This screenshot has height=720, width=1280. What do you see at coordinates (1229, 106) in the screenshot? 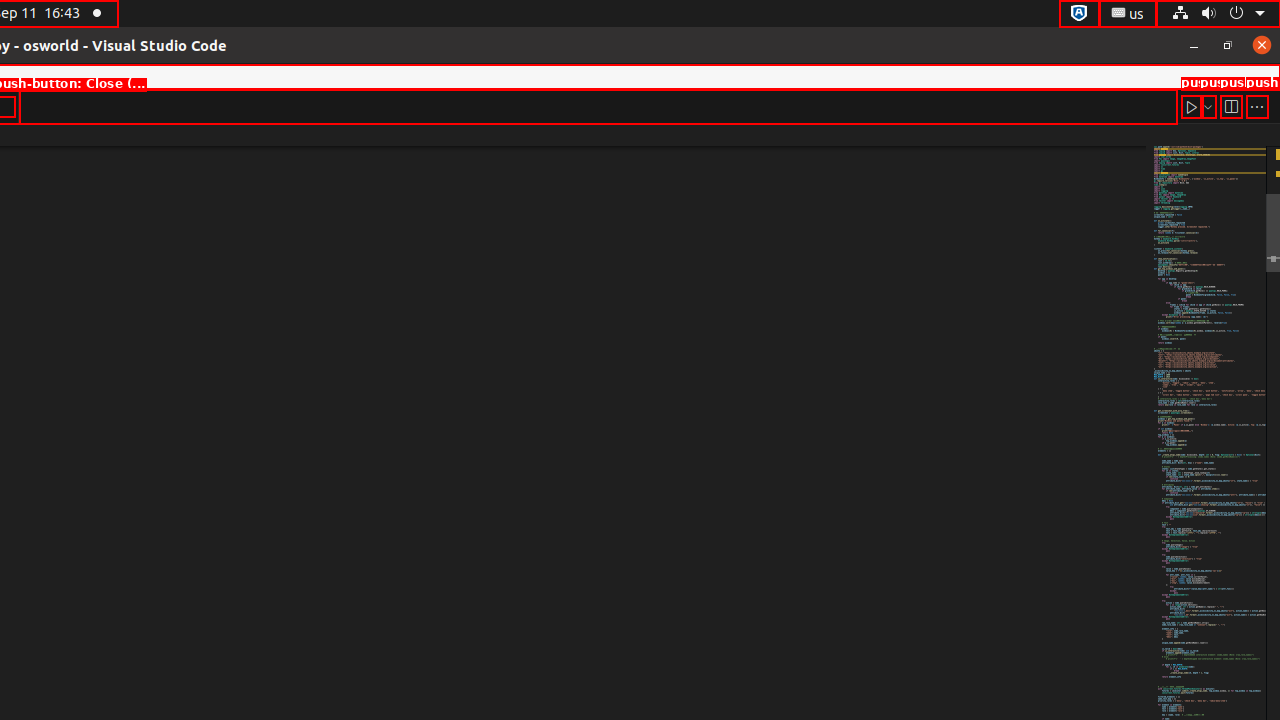
I see `'Split Editor Right (Ctrl+\) [Alt] Split Editor Down'` at bounding box center [1229, 106].